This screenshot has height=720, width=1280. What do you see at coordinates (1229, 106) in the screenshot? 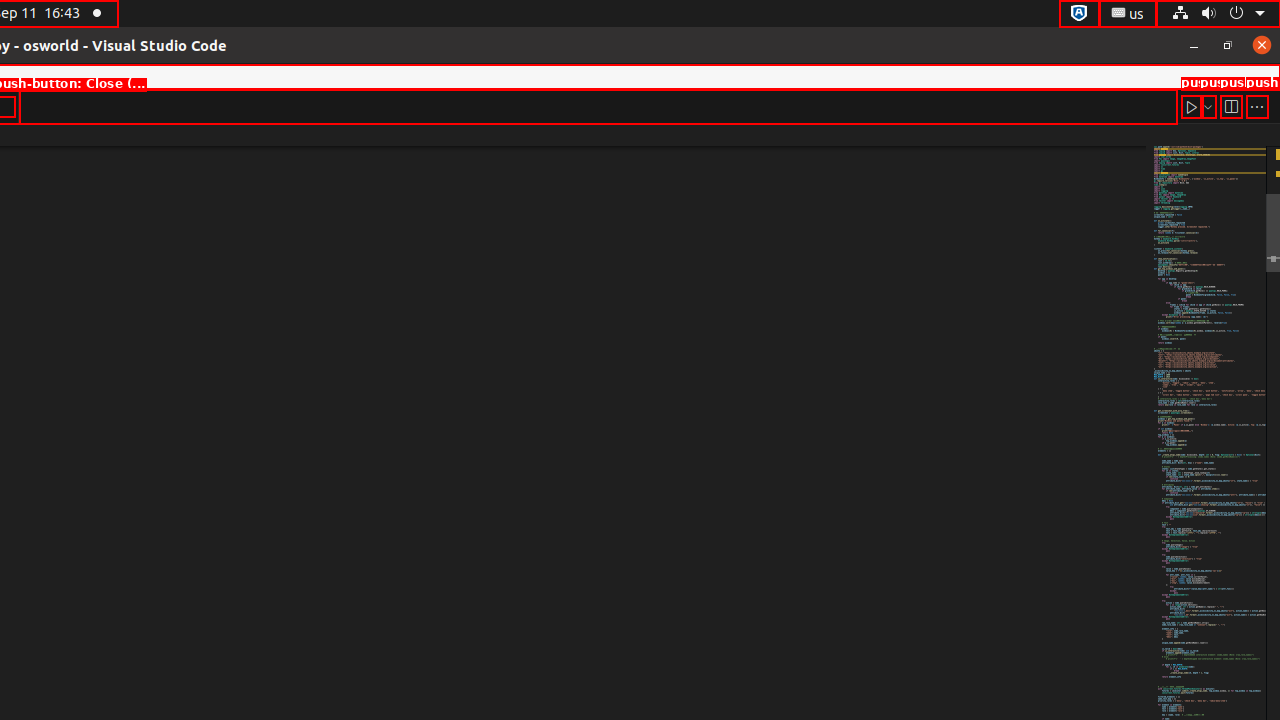
I see `'Split Editor Right (Ctrl+\) [Alt] Split Editor Down'` at bounding box center [1229, 106].